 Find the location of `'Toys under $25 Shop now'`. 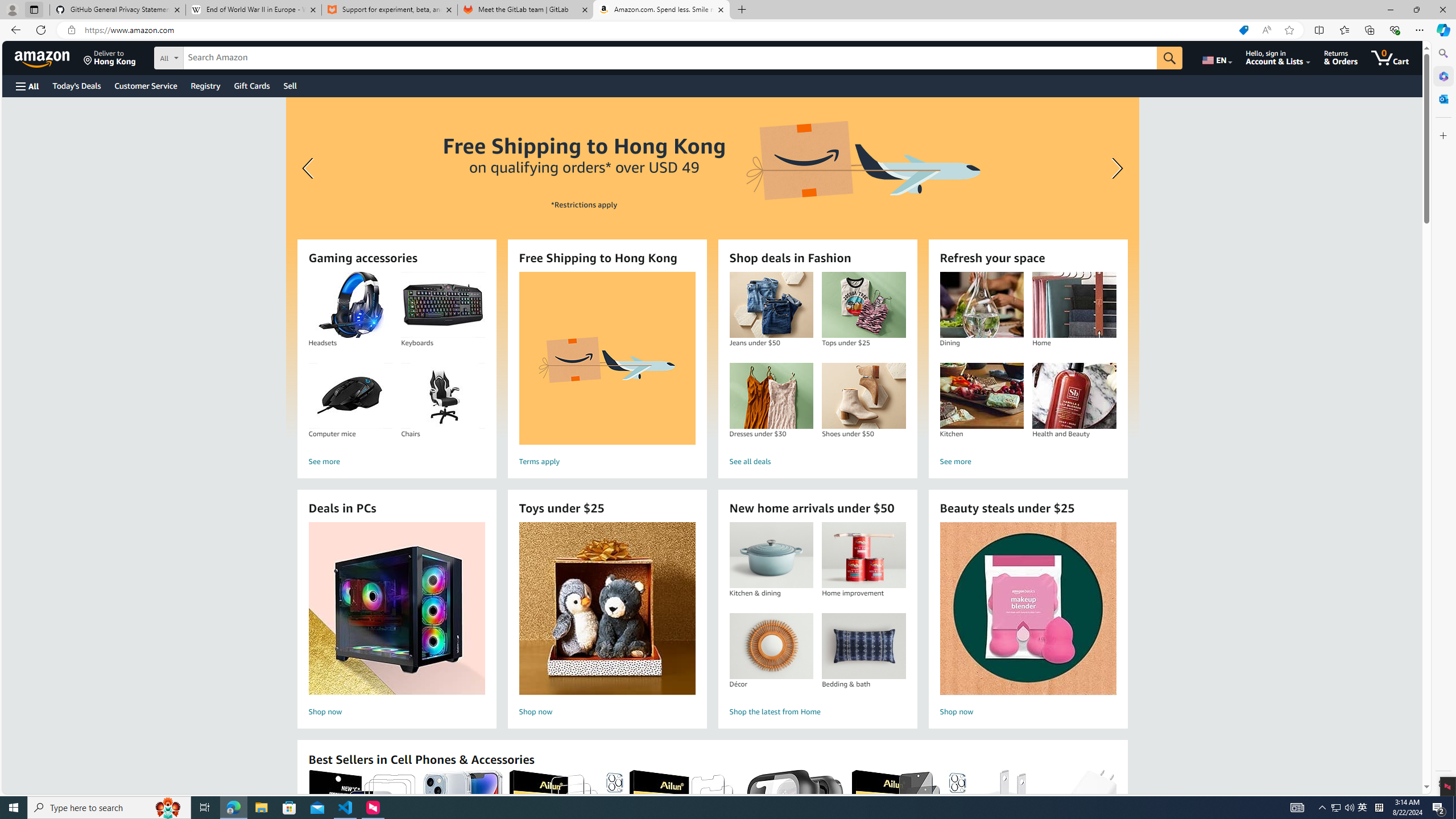

'Toys under $25 Shop now' is located at coordinates (607, 621).